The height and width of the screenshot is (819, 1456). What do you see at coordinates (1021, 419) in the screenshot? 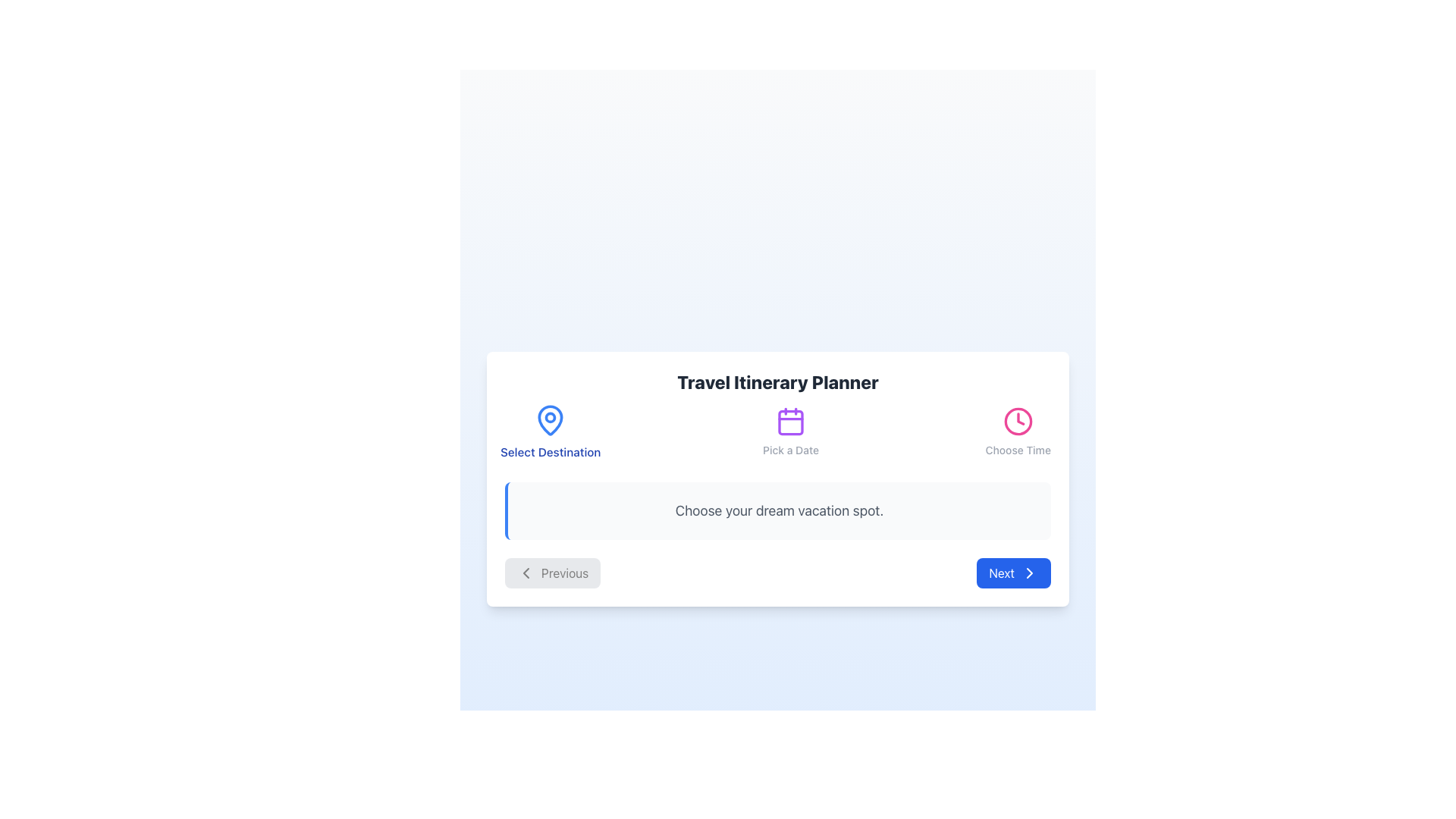
I see `the triangular pointer within the SVG graphical clock icon in the 'Choose Time' section header, which indicates time` at bounding box center [1021, 419].